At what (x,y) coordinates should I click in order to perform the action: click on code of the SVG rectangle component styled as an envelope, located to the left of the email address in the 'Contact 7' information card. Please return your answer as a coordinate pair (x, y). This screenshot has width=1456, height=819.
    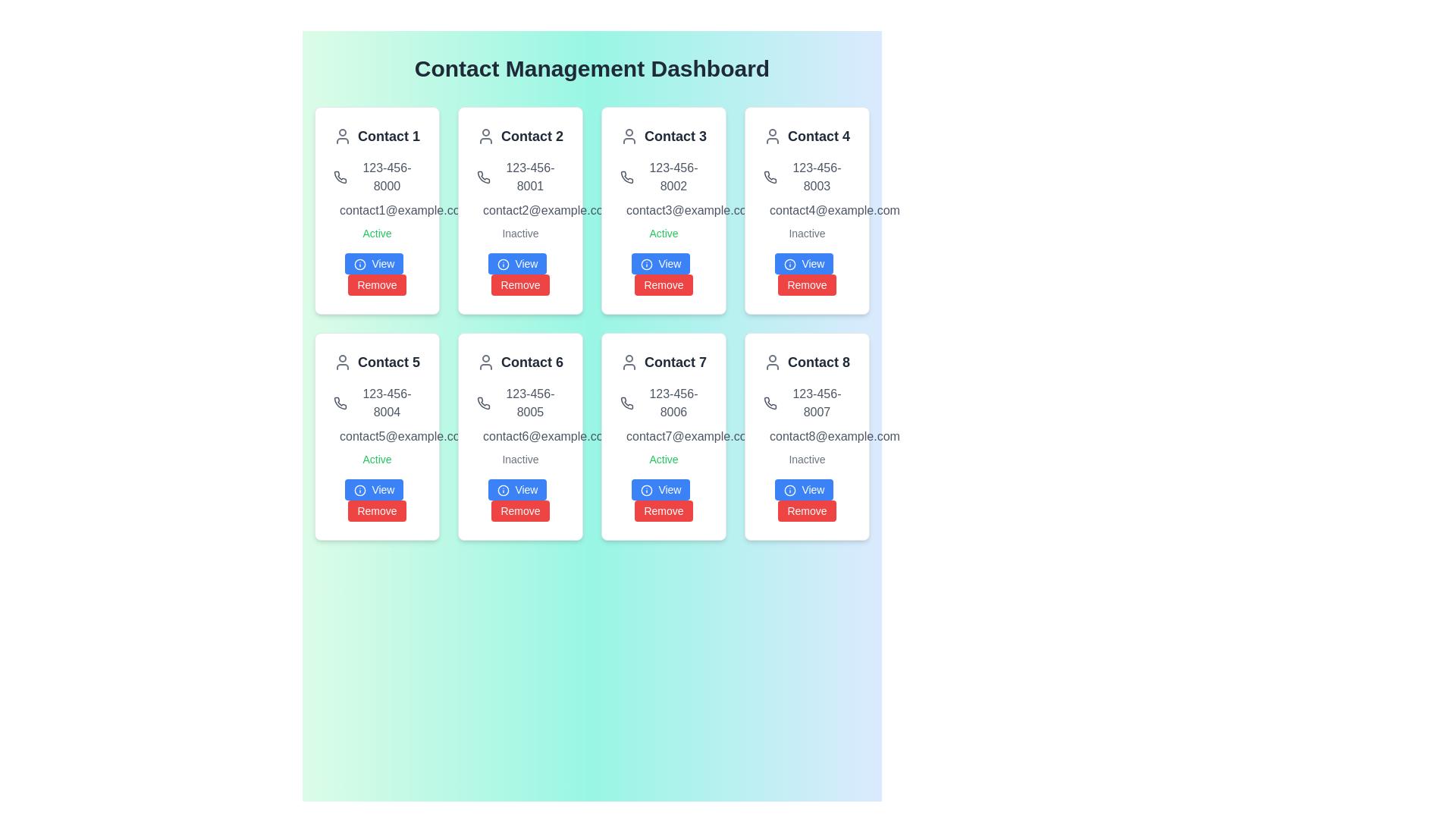
    Looking at the image, I should click on (629, 438).